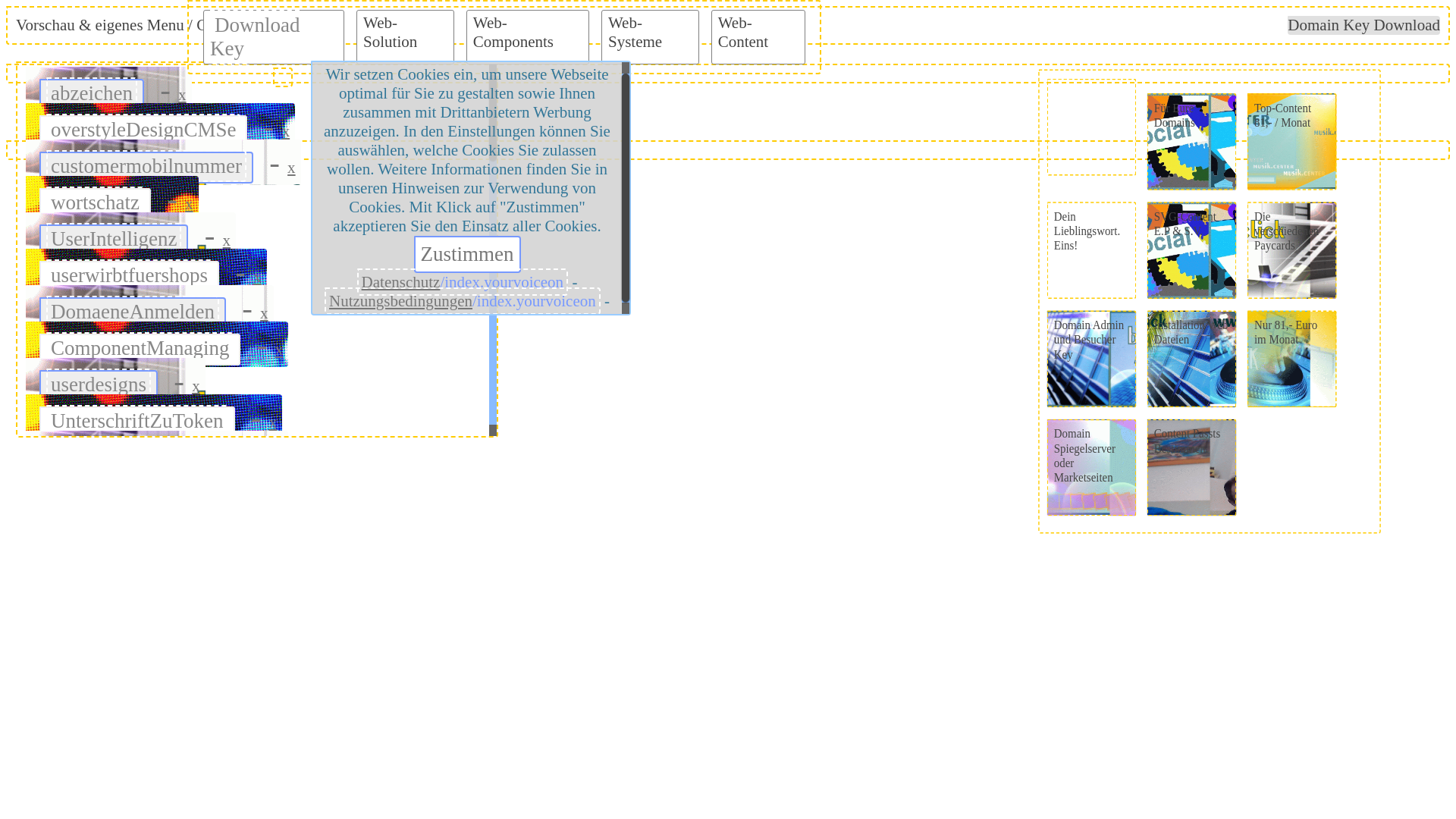 Image resolution: width=1456 pixels, height=819 pixels. Describe the element at coordinates (115, 379) in the screenshot. I see `'userdesigns - x'` at that location.